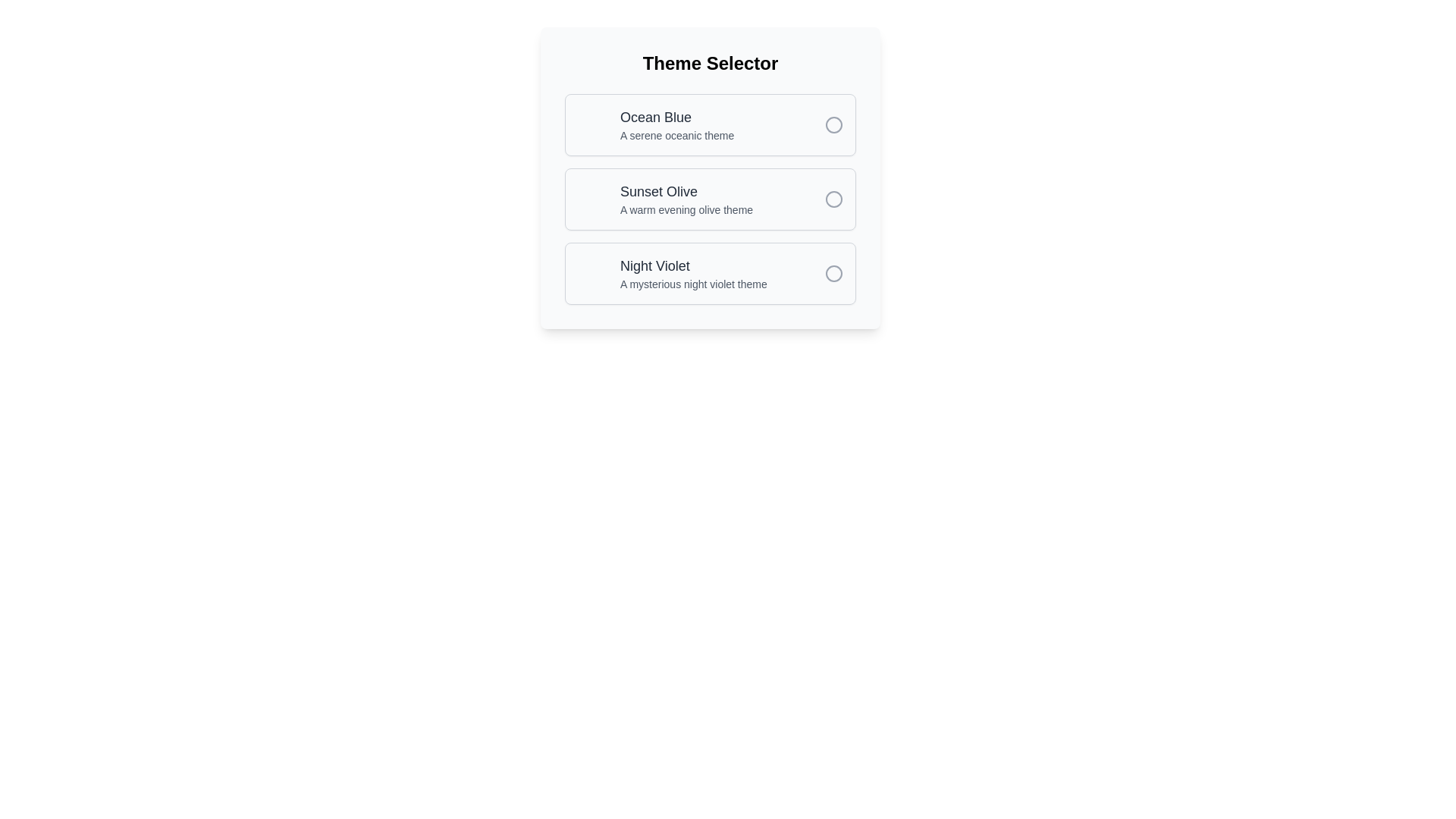 Image resolution: width=1456 pixels, height=819 pixels. I want to click on the text display element titled 'Ocean Blue', so click(676, 124).